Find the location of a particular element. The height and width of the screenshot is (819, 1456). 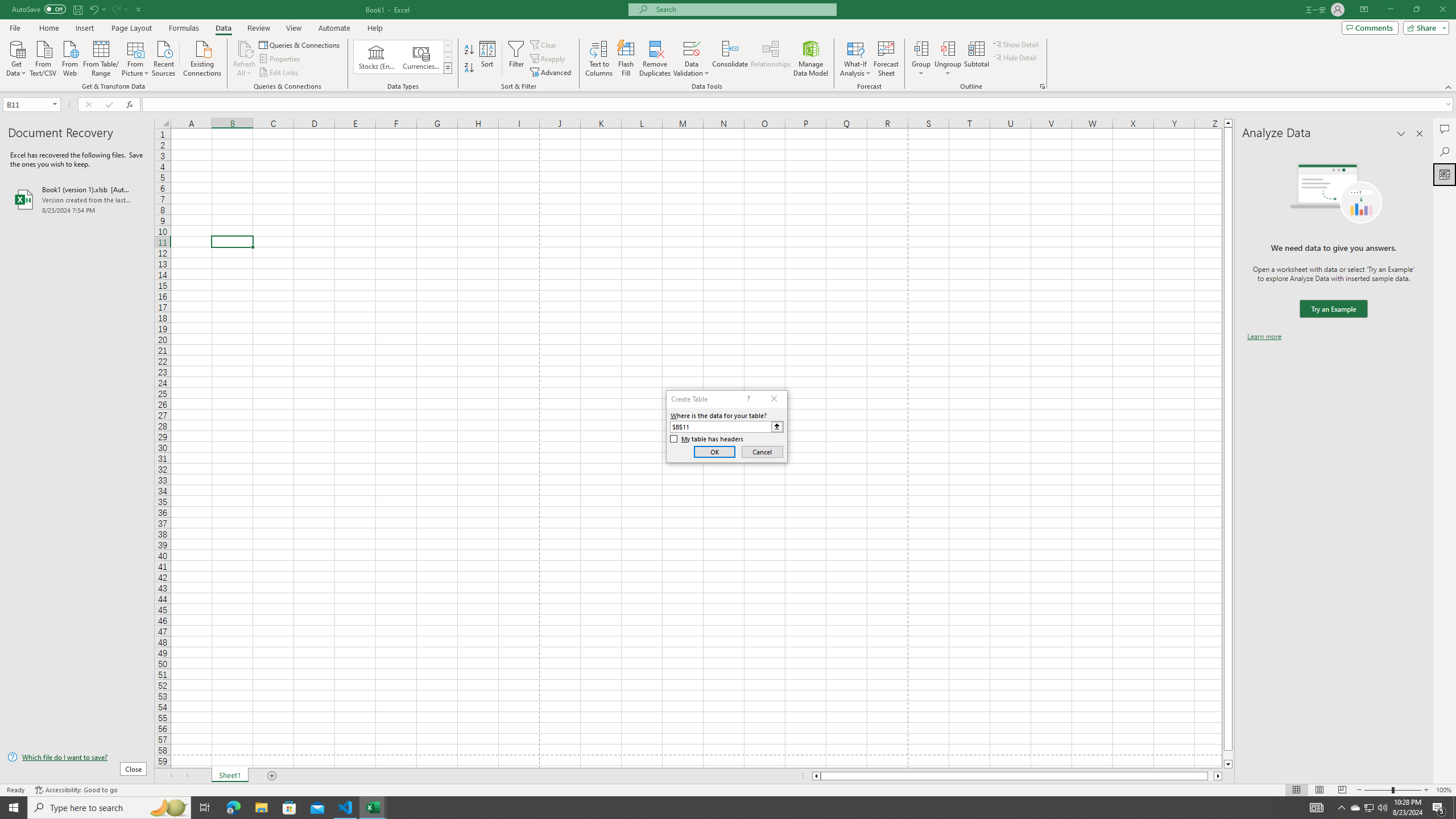

'Relationships' is located at coordinates (770, 59).